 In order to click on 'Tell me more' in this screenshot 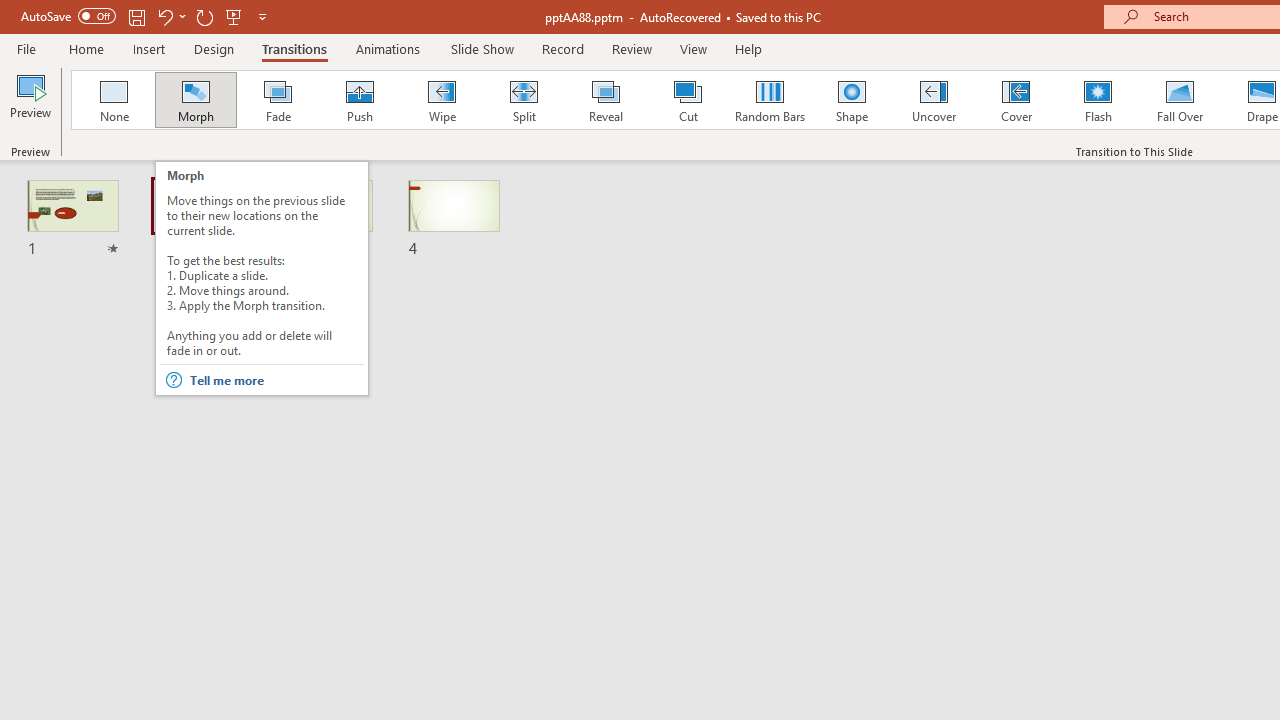, I will do `click(274, 380)`.